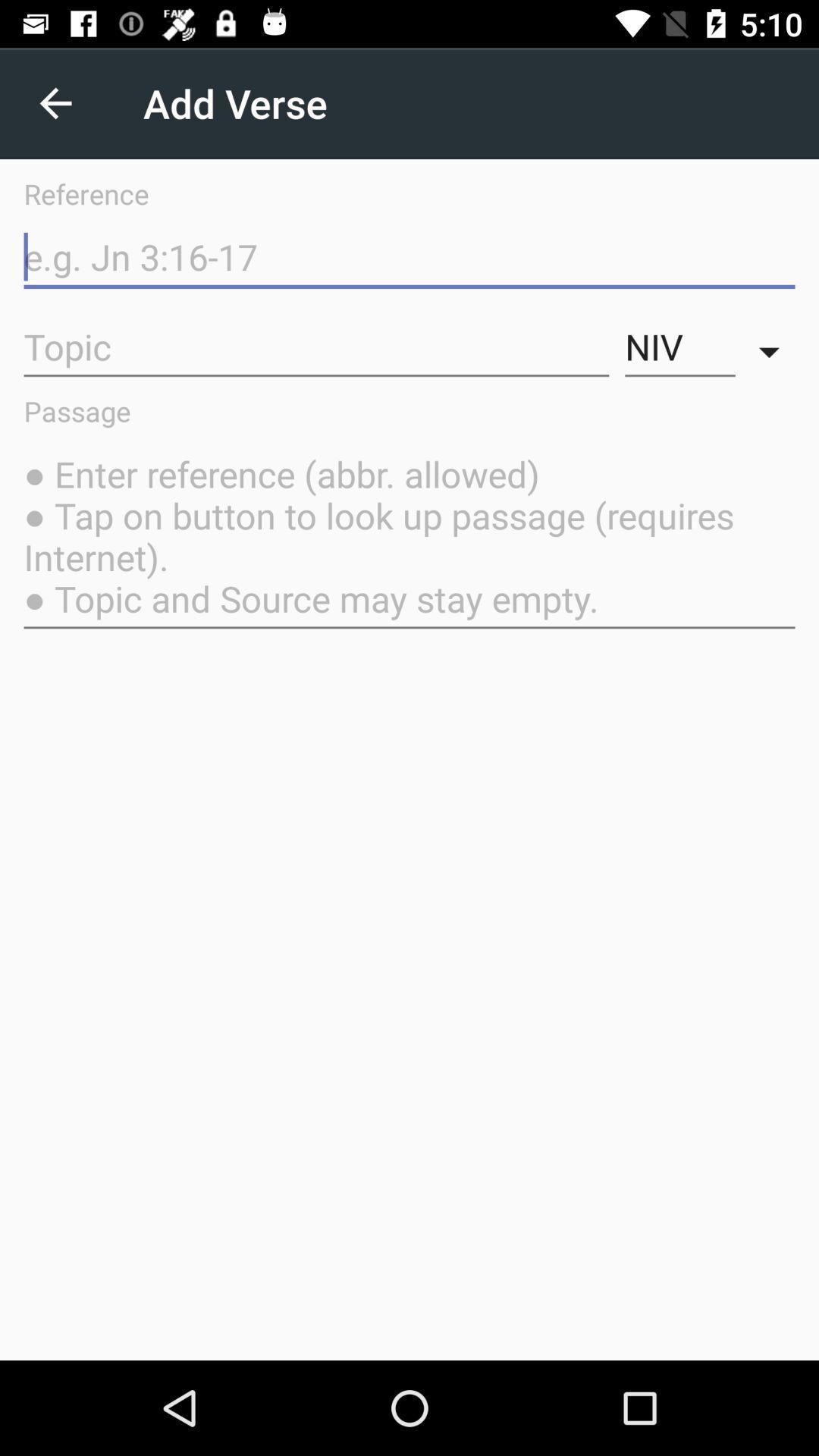 The image size is (819, 1456). What do you see at coordinates (55, 102) in the screenshot?
I see `the icon next to the add verse app` at bounding box center [55, 102].